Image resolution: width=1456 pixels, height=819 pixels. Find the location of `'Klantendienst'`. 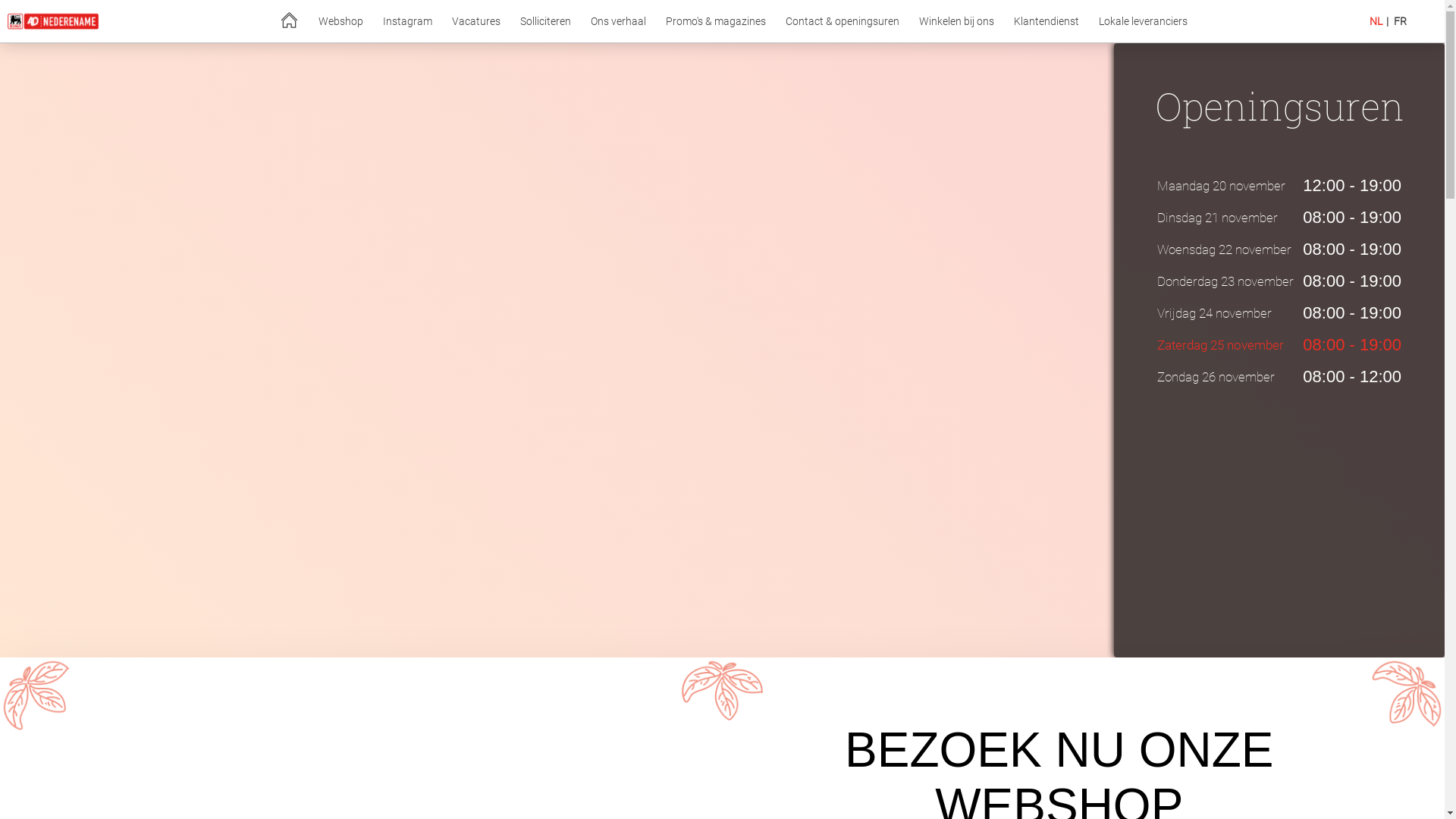

'Klantendienst' is located at coordinates (1004, 20).